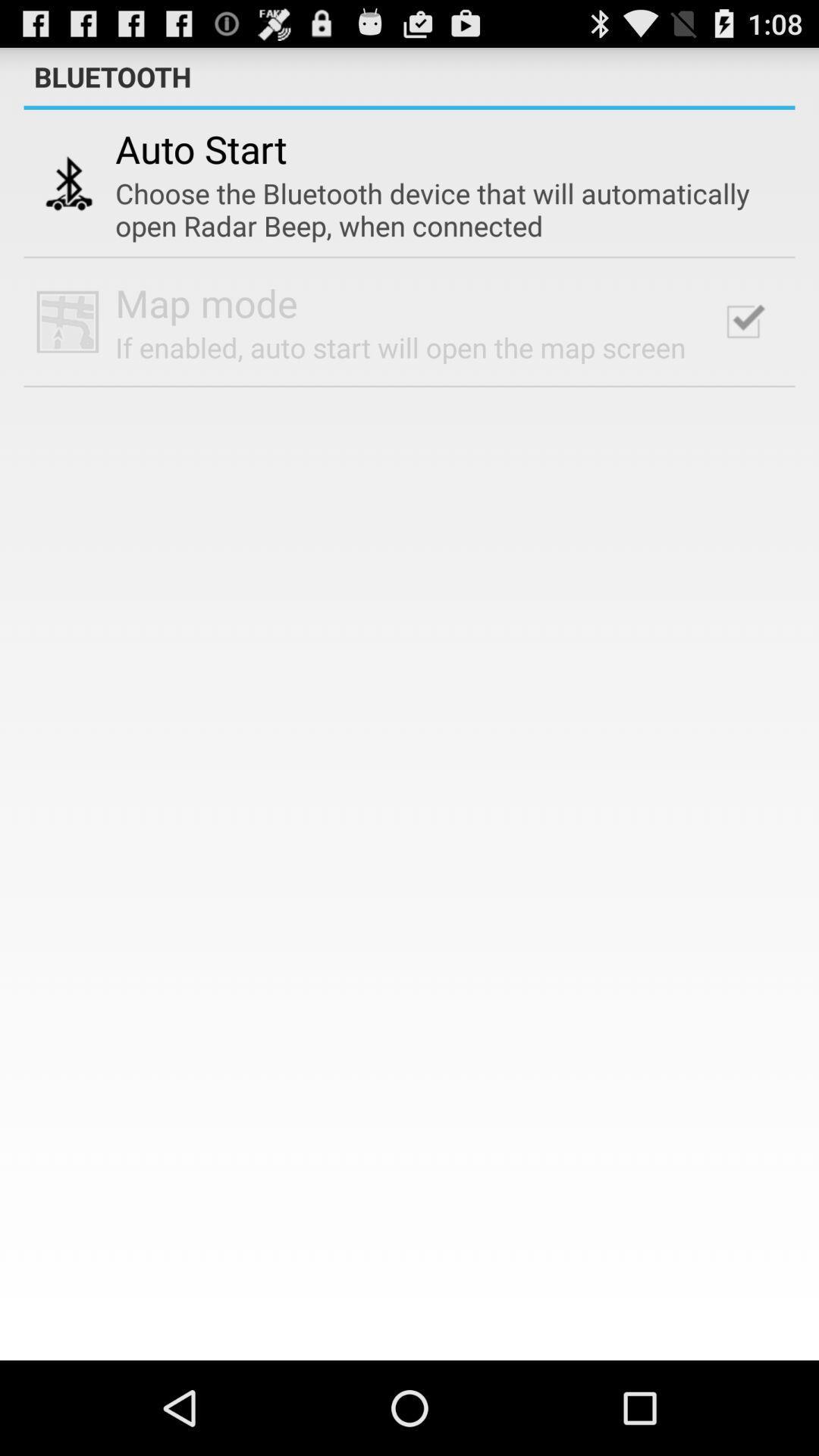  Describe the element at coordinates (400, 347) in the screenshot. I see `if enabled auto` at that location.